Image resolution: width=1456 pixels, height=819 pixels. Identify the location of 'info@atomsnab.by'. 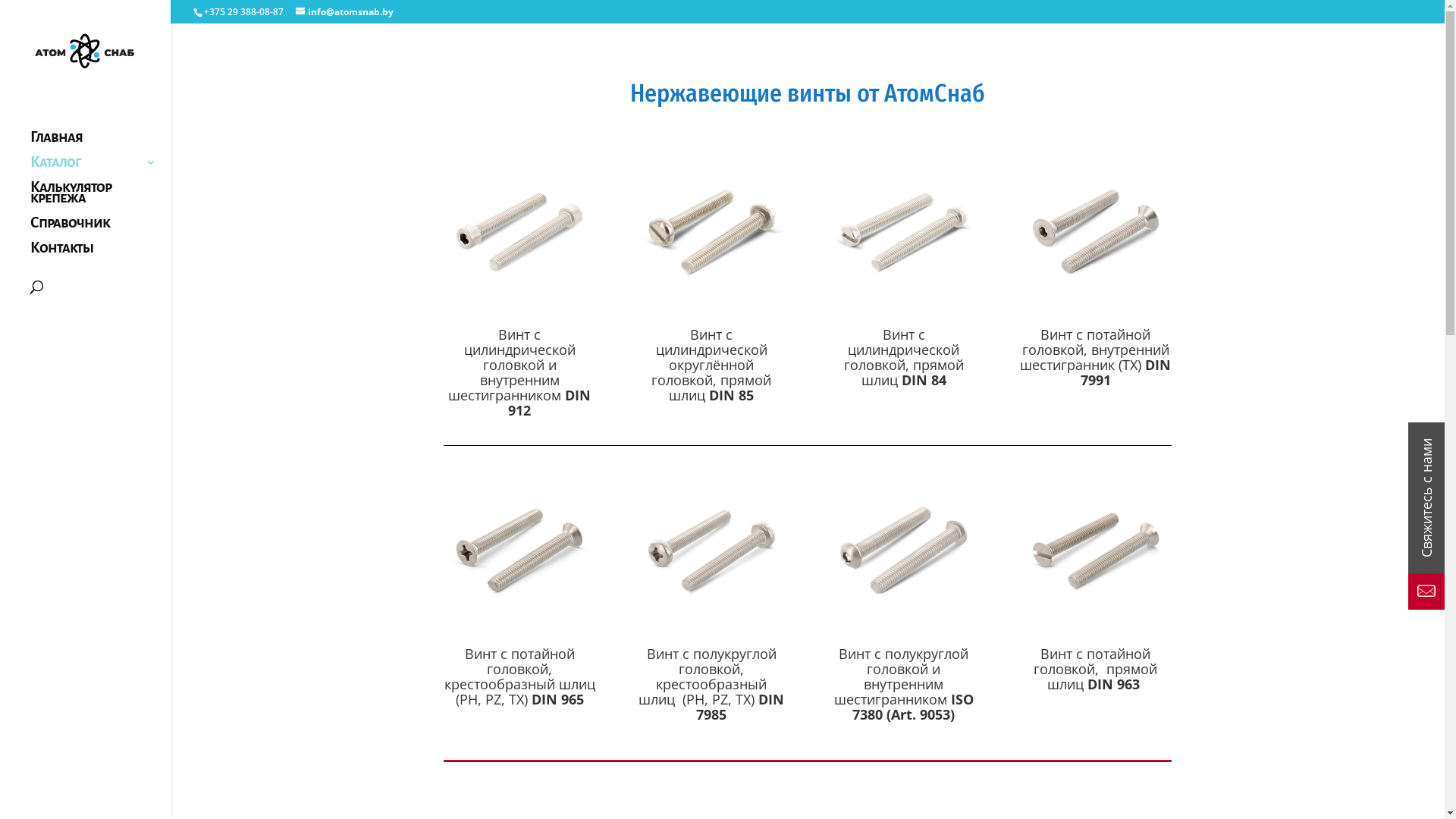
(295, 11).